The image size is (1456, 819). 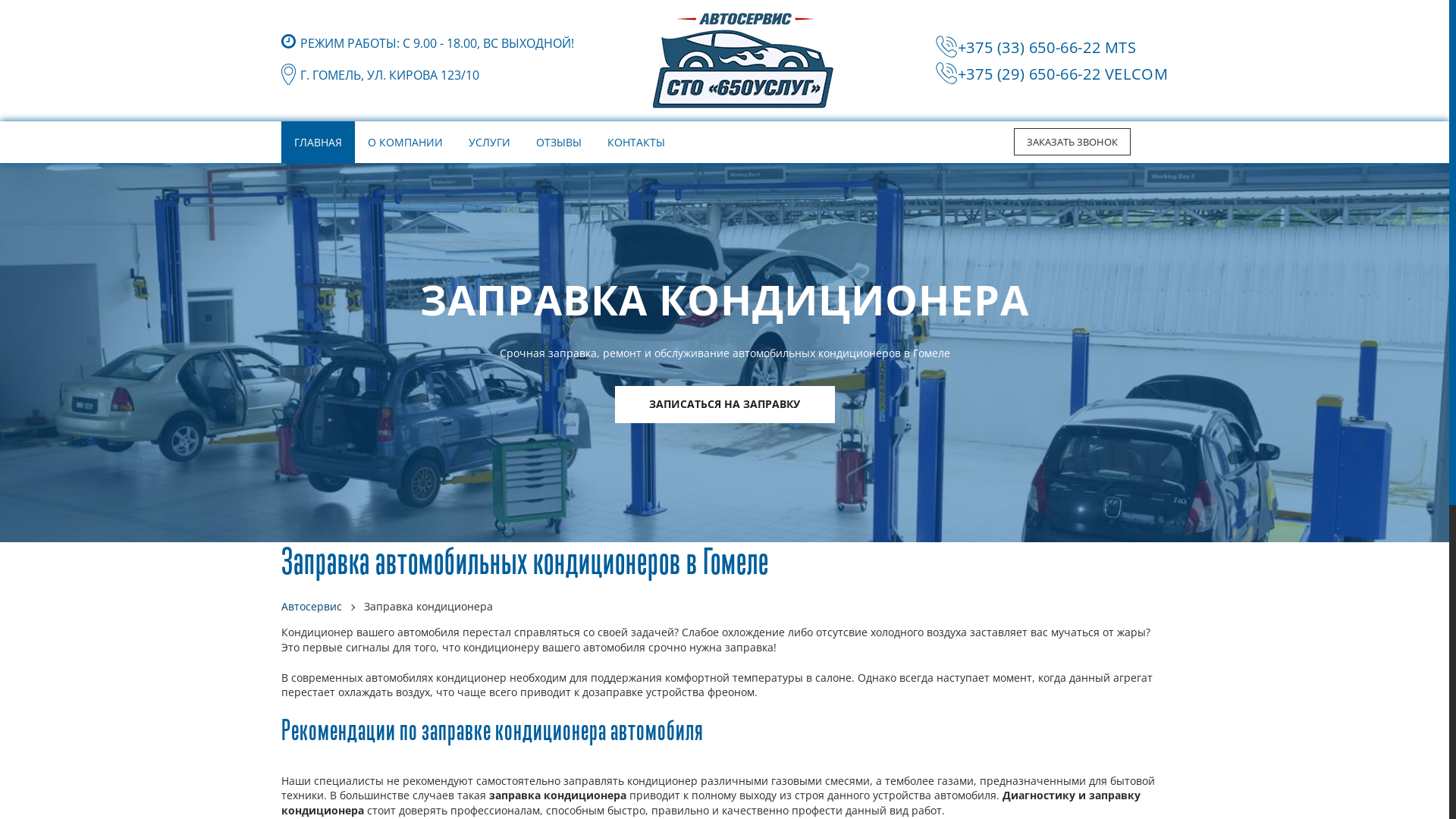 What do you see at coordinates (1046, 45) in the screenshot?
I see `'+375 (33) 650-66-22 MTS'` at bounding box center [1046, 45].